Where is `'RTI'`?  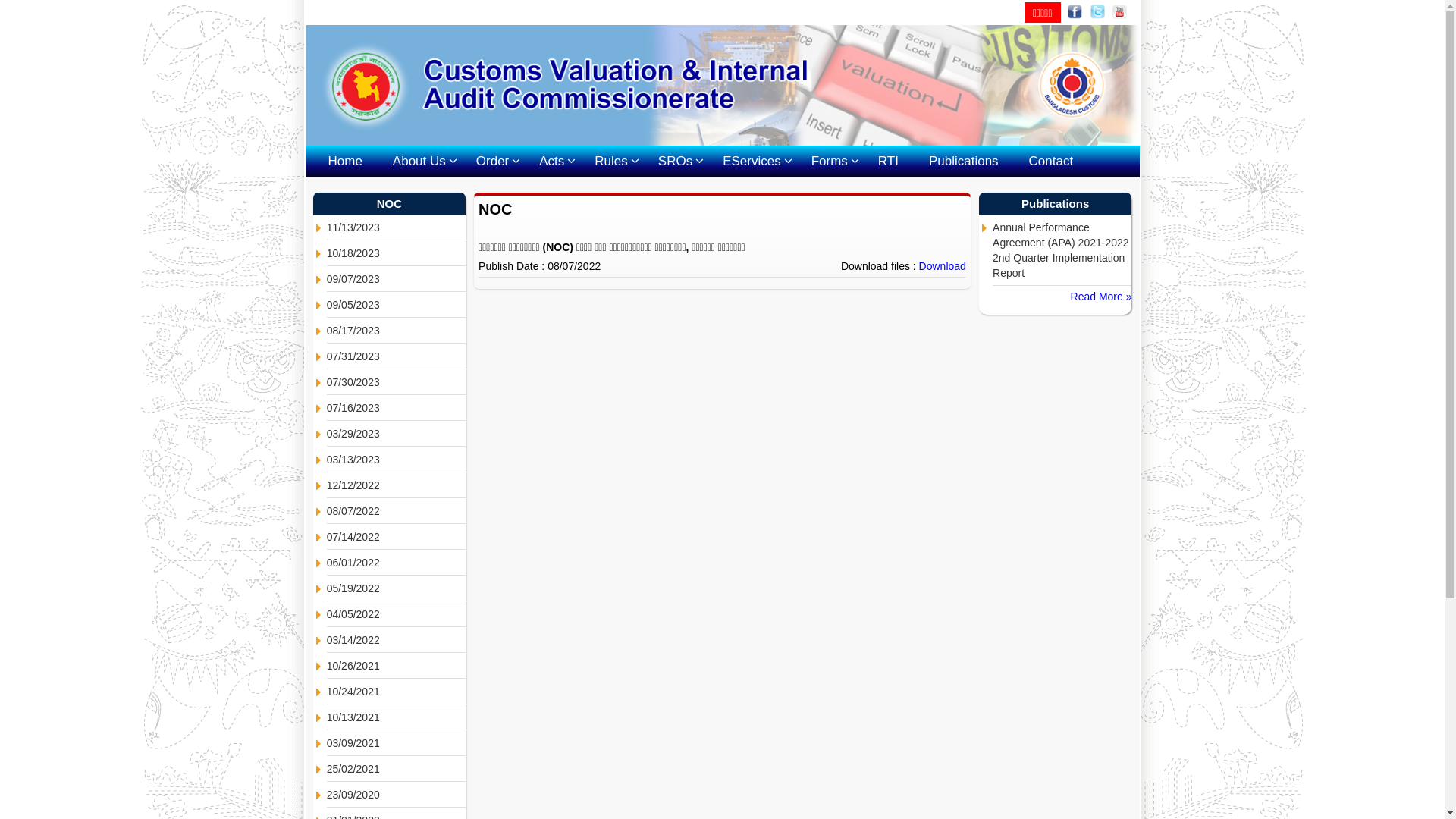
'RTI' is located at coordinates (888, 161).